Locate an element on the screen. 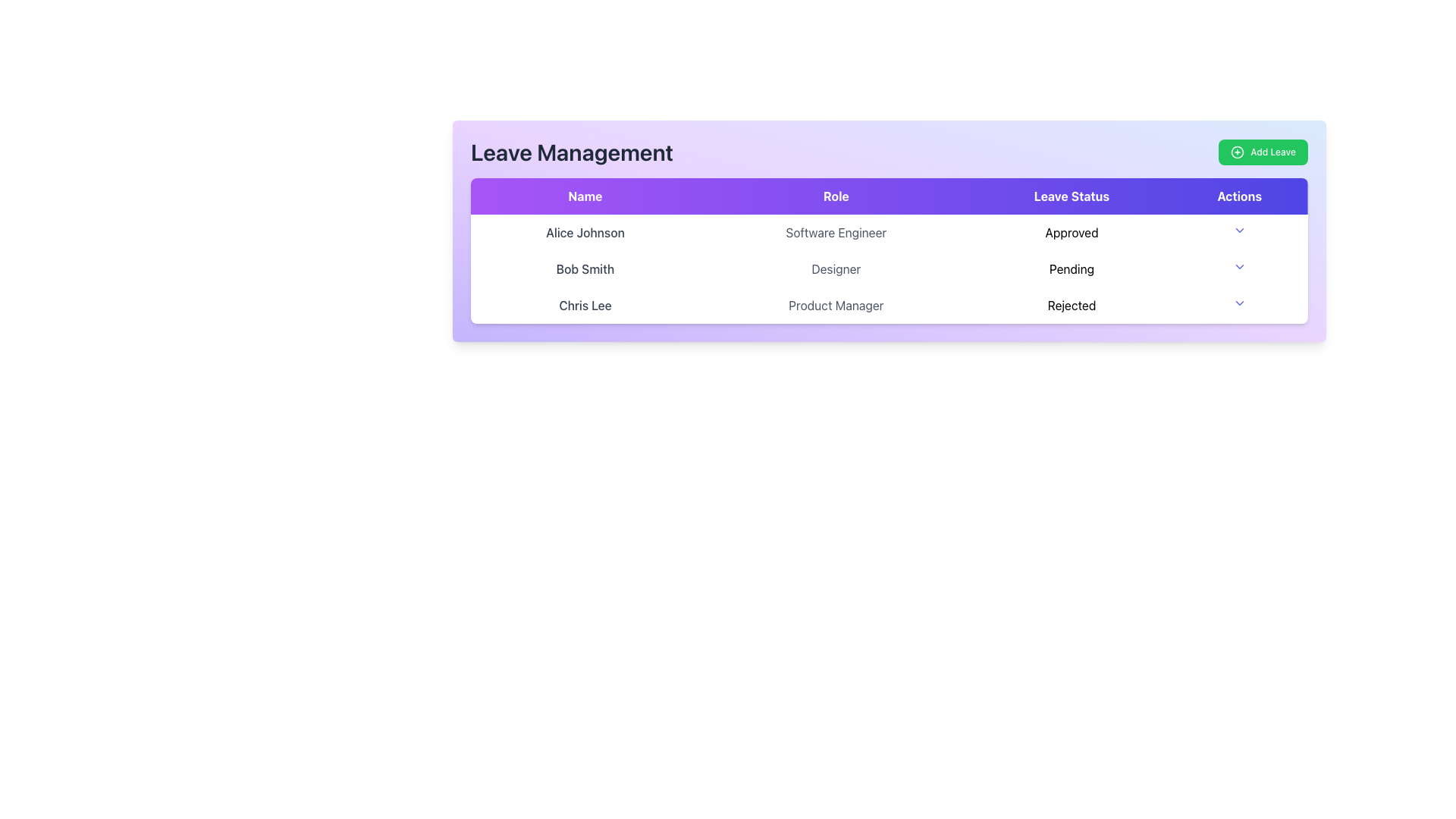 The height and width of the screenshot is (819, 1456). the text label header that says 'Leave Status', which is styled with white text on a vibrant purple background and is positioned as the third column in the header row of a table is located at coordinates (1071, 195).